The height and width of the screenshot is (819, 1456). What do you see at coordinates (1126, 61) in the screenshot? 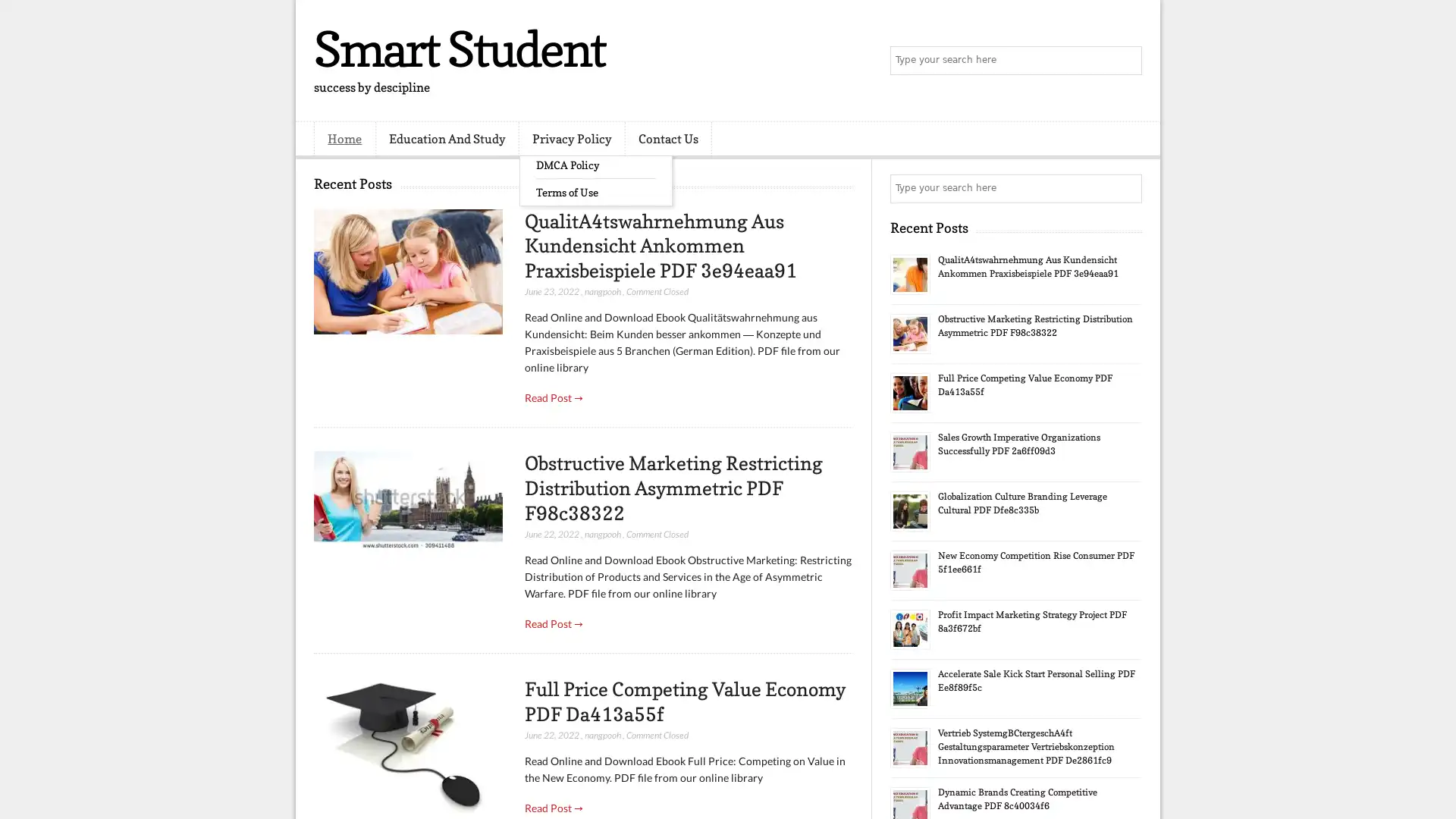
I see `Search` at bounding box center [1126, 61].